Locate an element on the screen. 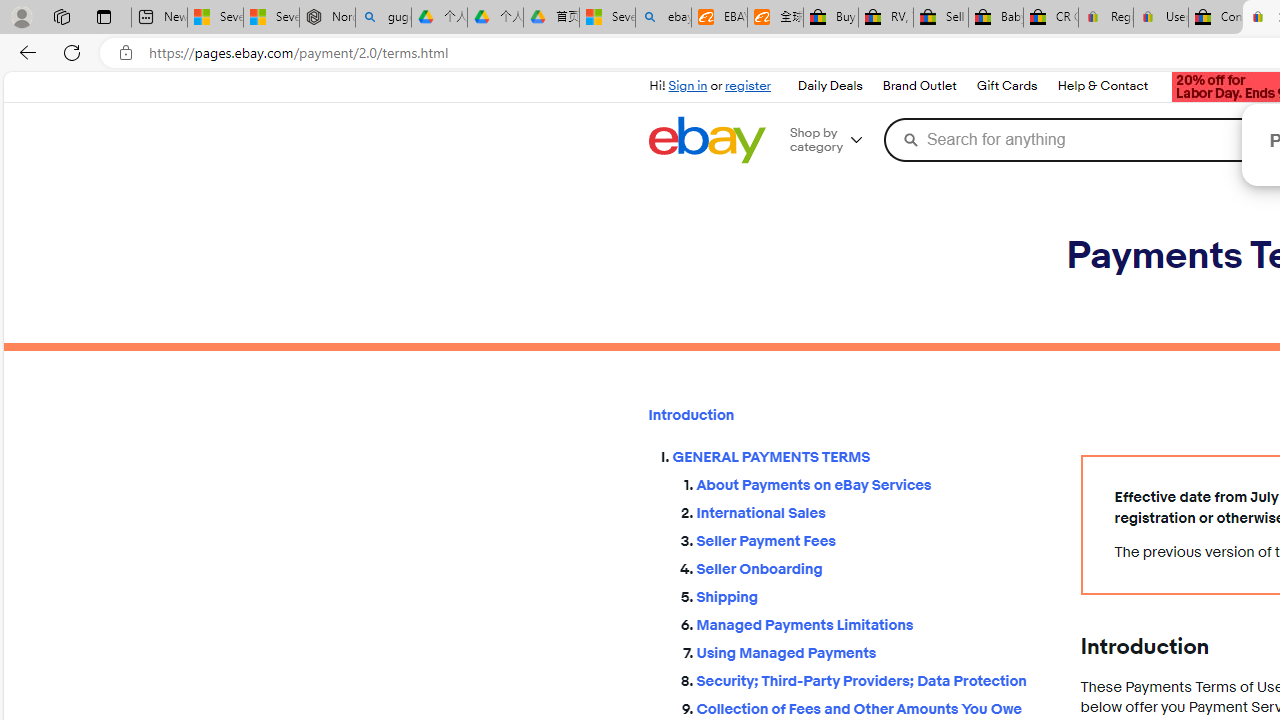 The height and width of the screenshot is (720, 1280). 'Collection of Fees and Other Amounts You Owe' is located at coordinates (872, 704).